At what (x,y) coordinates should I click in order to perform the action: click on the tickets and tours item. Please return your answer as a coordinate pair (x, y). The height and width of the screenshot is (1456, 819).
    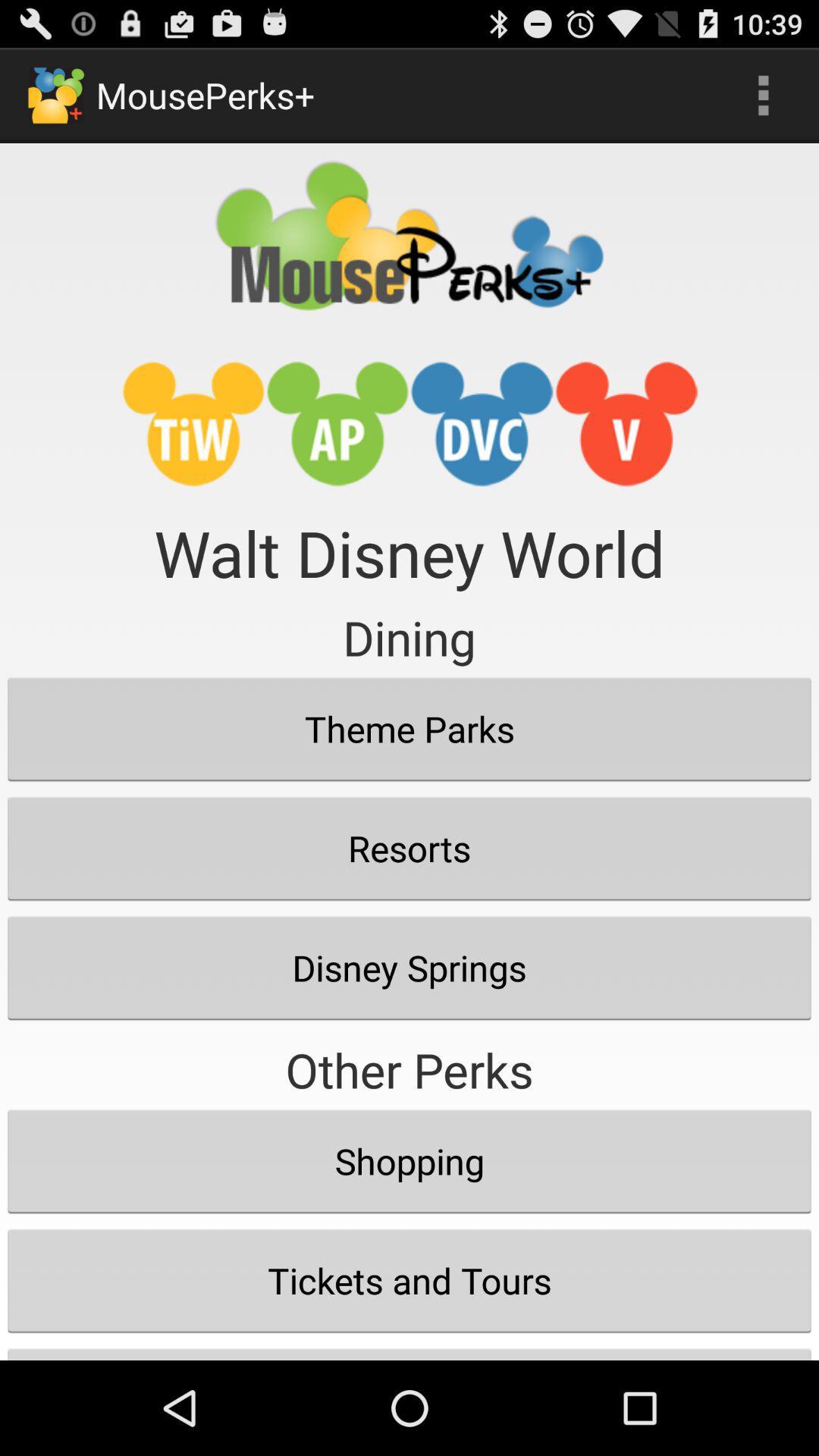
    Looking at the image, I should click on (409, 1280).